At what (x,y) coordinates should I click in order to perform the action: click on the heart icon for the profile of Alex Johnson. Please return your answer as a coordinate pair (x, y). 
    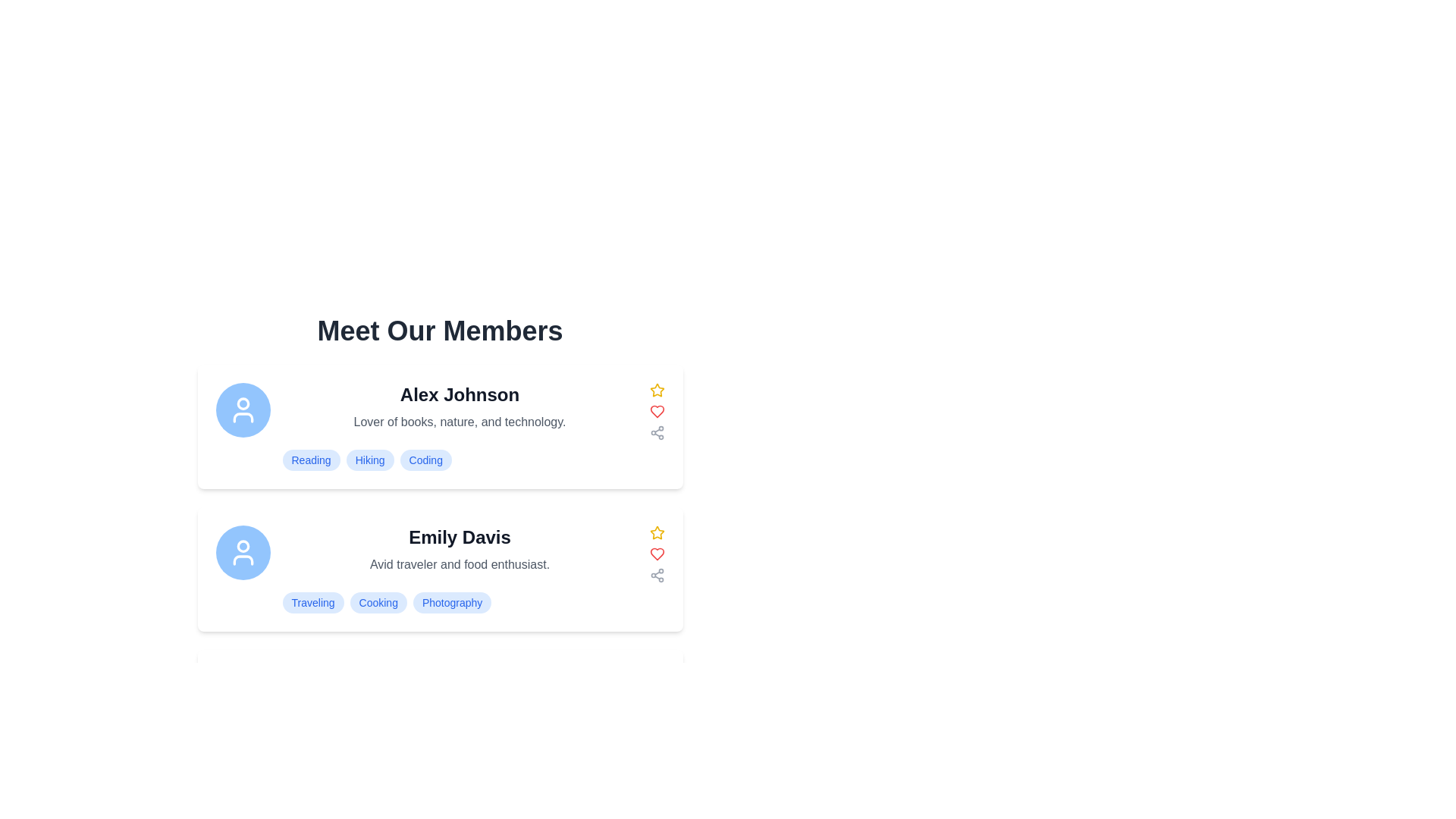
    Looking at the image, I should click on (657, 412).